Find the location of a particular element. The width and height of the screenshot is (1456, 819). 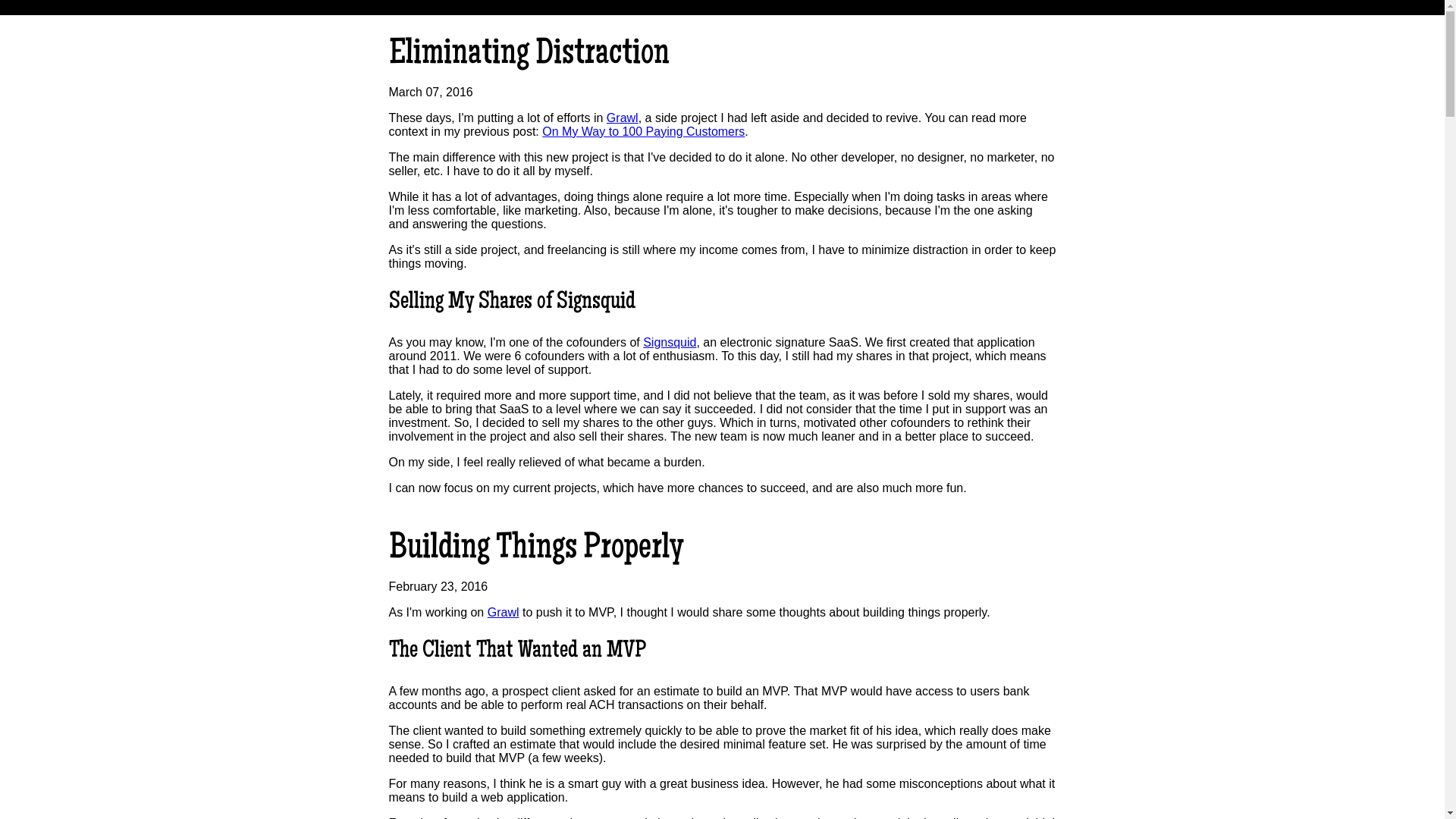

'On My Way to 100 Paying Customers' is located at coordinates (643, 130).